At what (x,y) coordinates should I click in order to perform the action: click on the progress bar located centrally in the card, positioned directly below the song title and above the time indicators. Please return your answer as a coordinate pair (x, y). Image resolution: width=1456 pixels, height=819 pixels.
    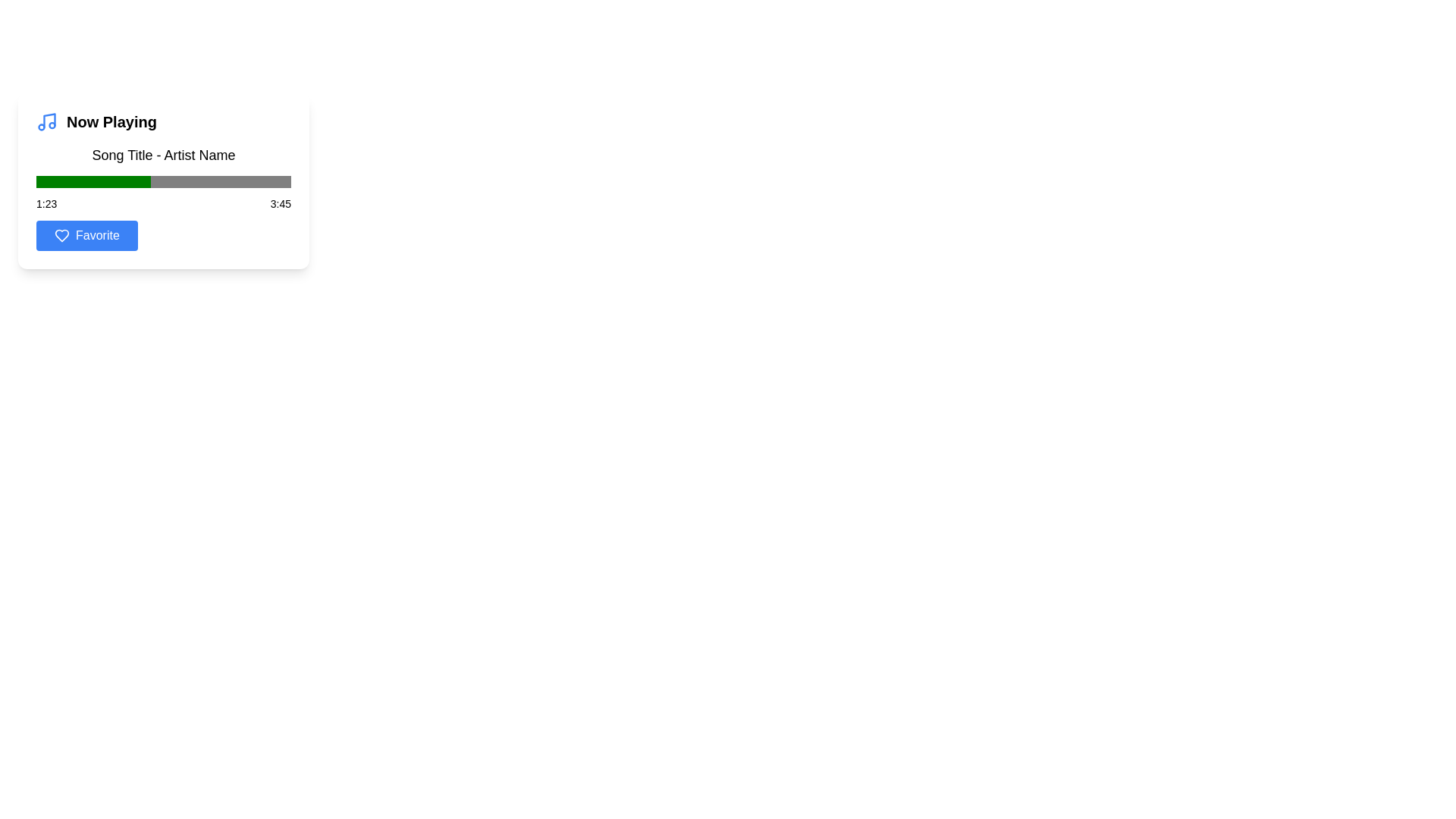
    Looking at the image, I should click on (164, 180).